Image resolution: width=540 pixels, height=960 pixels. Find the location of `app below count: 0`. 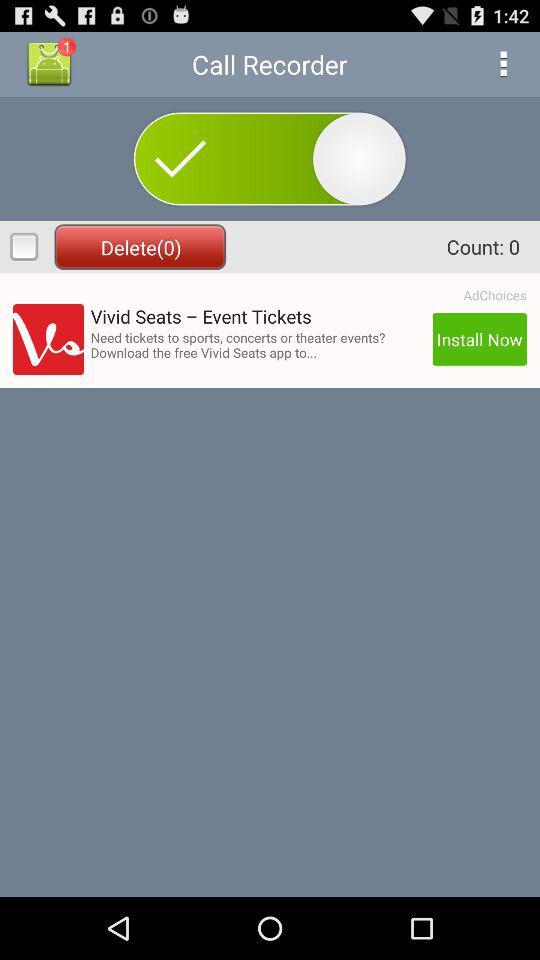

app below count: 0 is located at coordinates (494, 294).